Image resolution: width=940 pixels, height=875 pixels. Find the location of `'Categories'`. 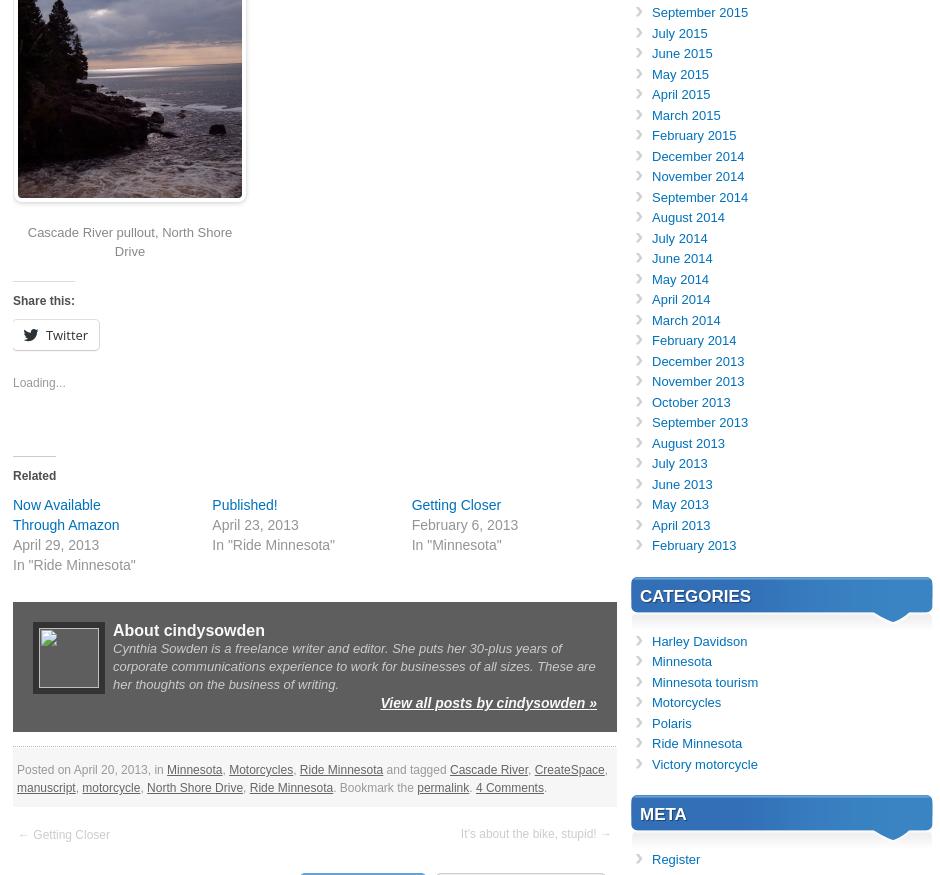

'Categories' is located at coordinates (694, 595).